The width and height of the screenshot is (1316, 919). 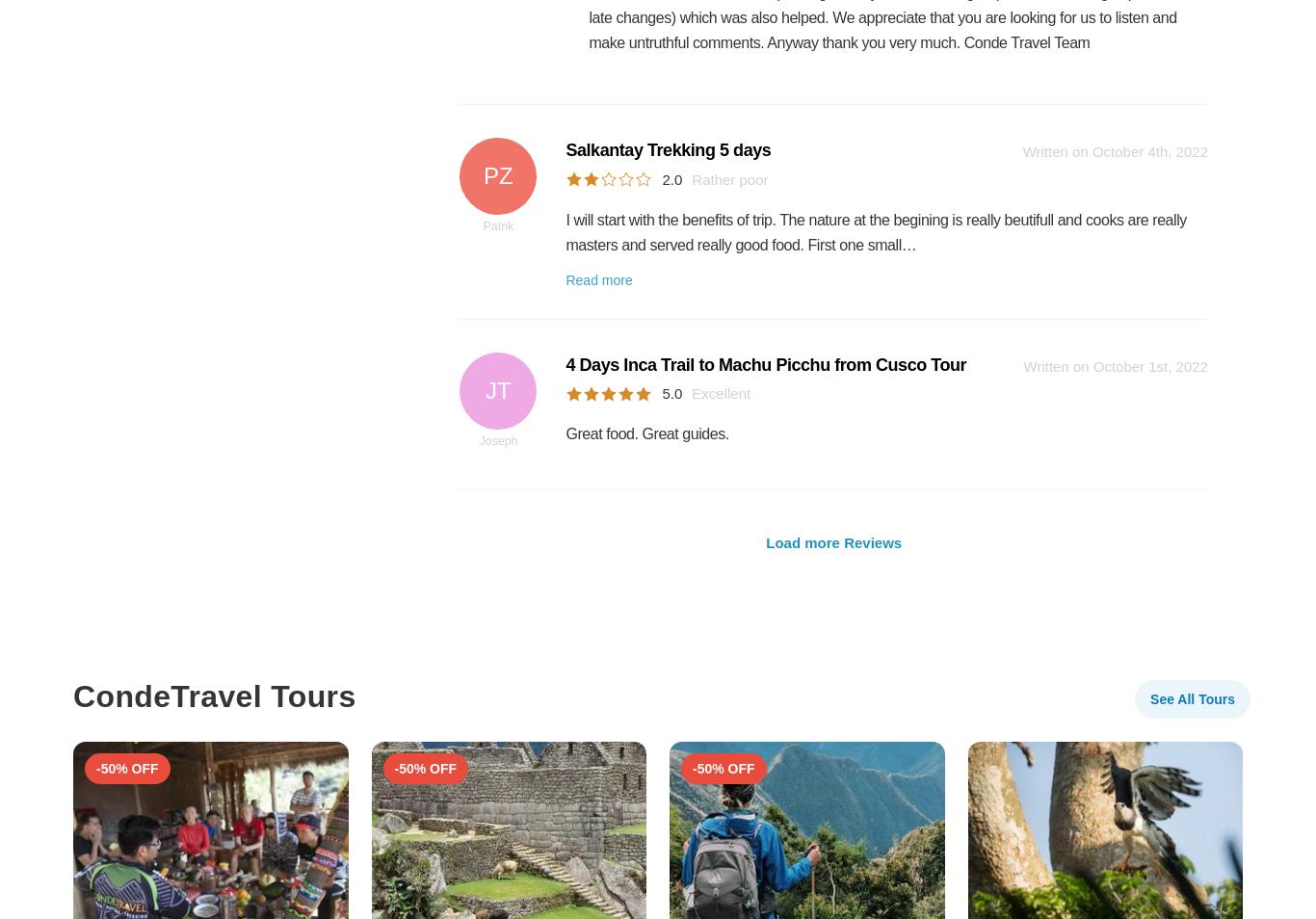 What do you see at coordinates (1150, 698) in the screenshot?
I see `'See All Tours'` at bounding box center [1150, 698].